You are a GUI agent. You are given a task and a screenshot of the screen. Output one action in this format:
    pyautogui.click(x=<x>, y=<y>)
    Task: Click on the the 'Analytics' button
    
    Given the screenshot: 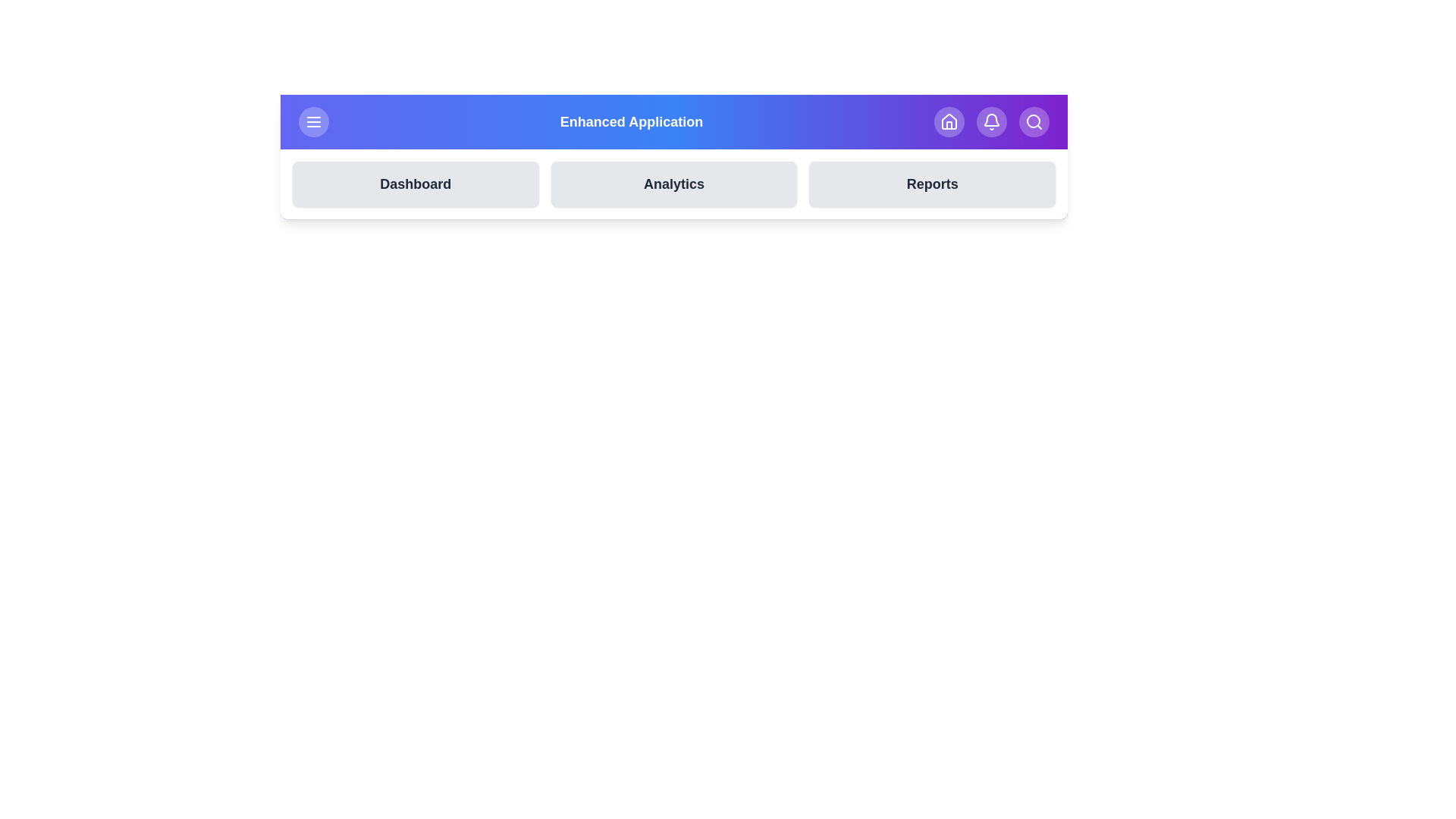 What is the action you would take?
    pyautogui.click(x=673, y=184)
    